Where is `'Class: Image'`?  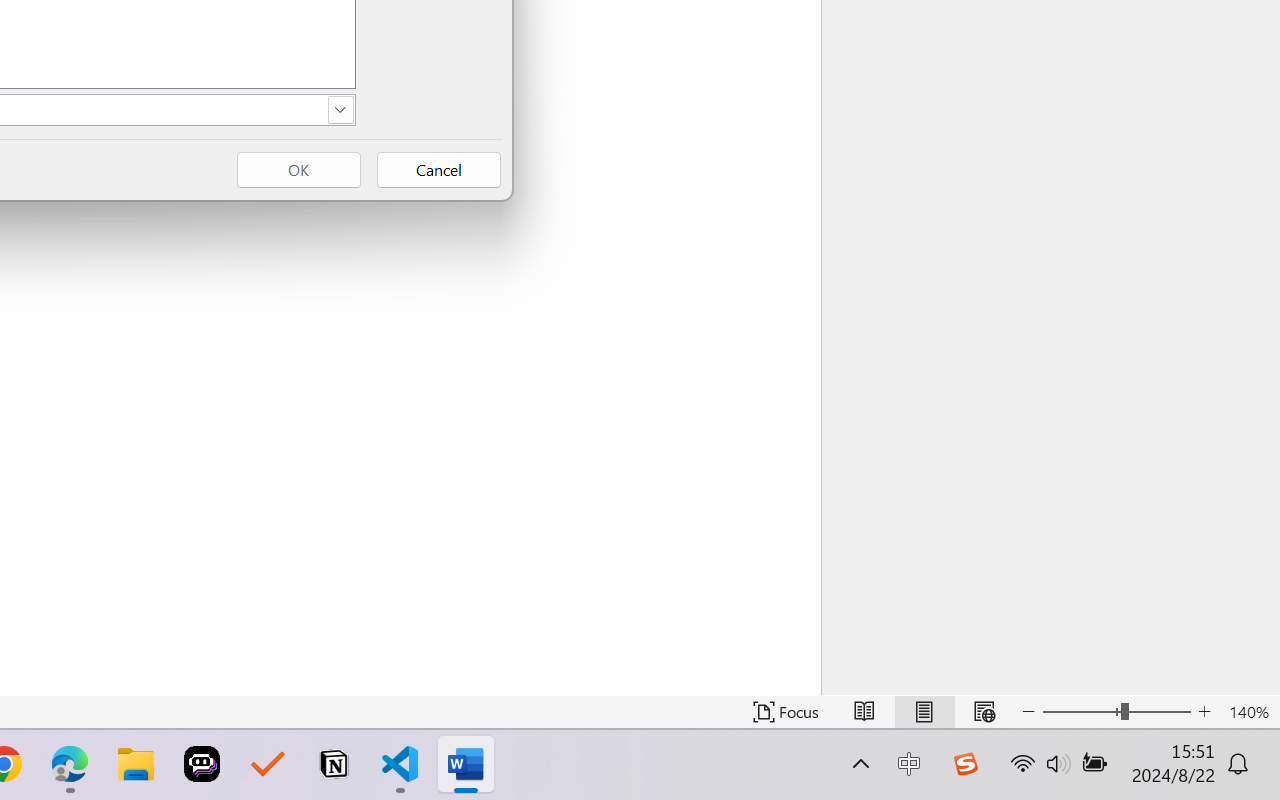
'Class: Image' is located at coordinates (965, 764).